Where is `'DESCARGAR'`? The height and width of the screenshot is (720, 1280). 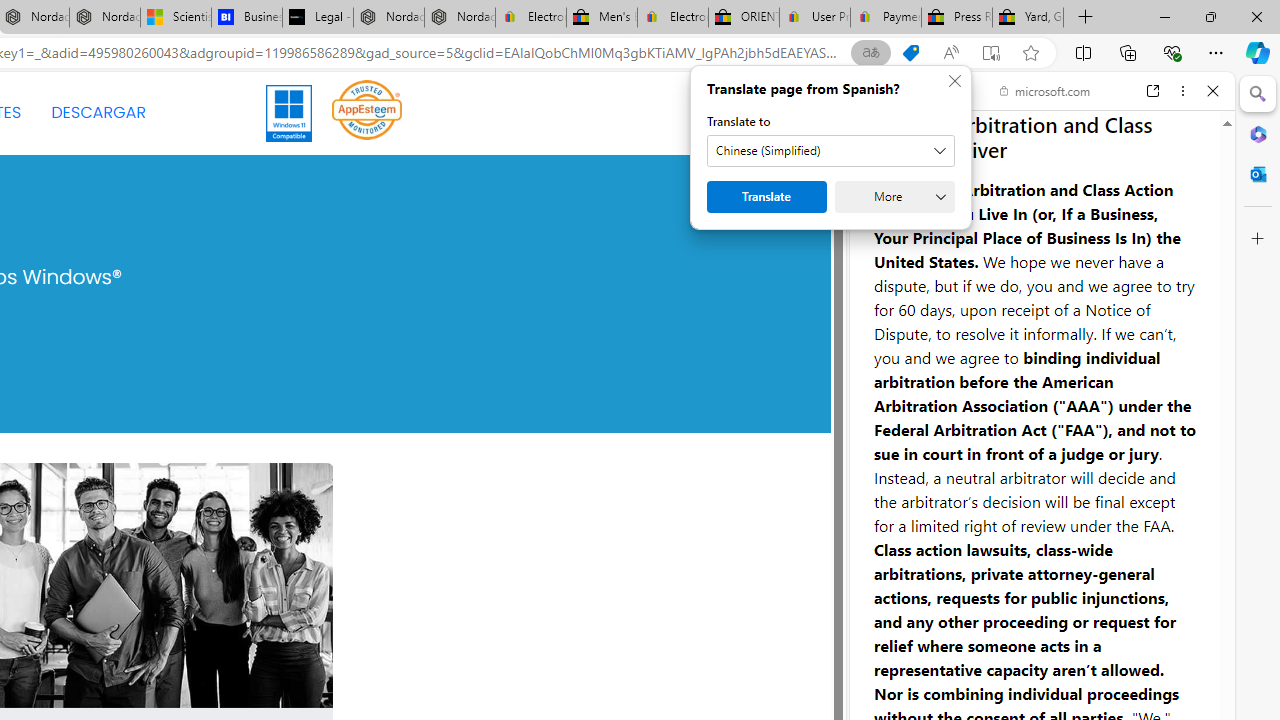
'DESCARGAR' is located at coordinates (97, 113).